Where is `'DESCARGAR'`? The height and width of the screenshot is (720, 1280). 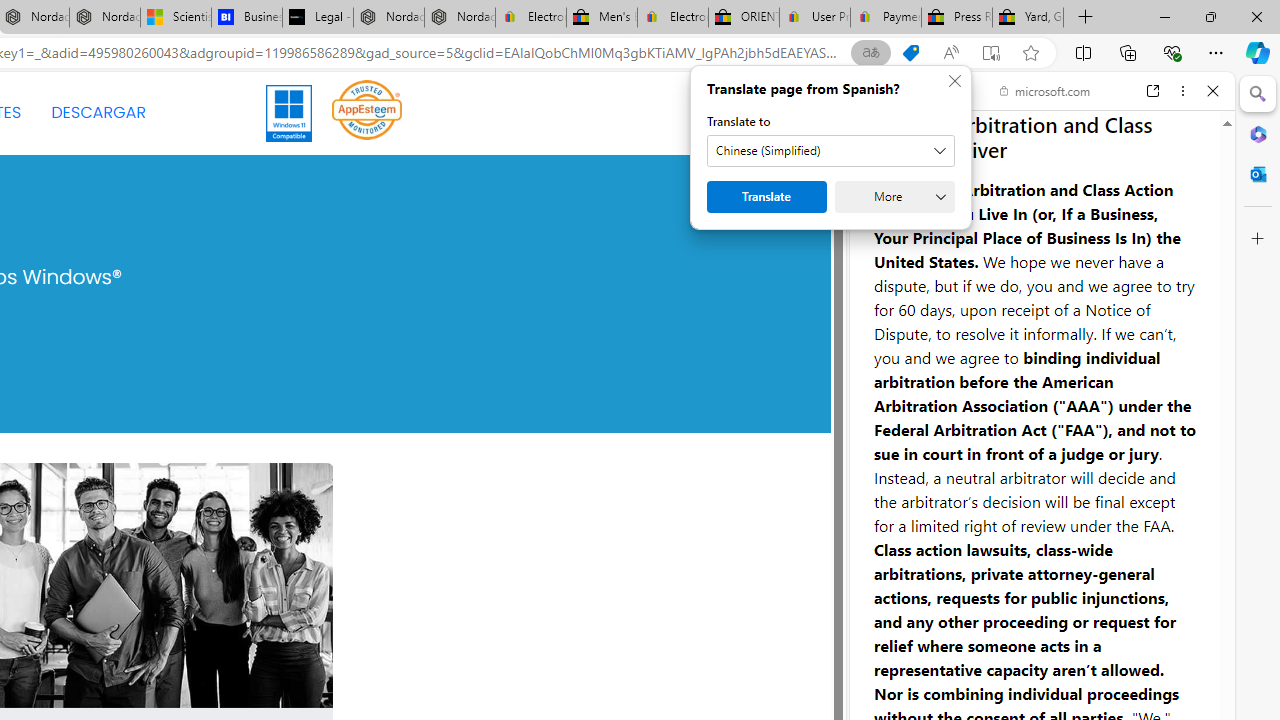
'DESCARGAR' is located at coordinates (97, 113).